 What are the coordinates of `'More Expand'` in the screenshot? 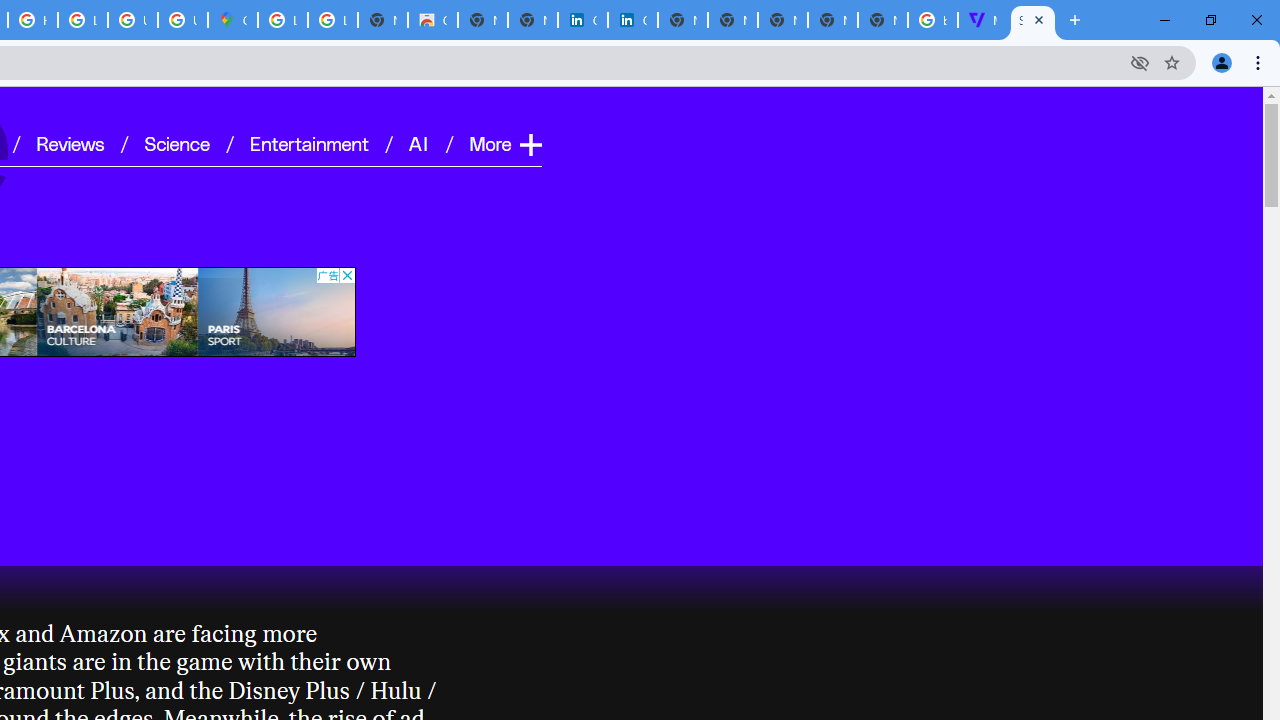 It's located at (504, 142).